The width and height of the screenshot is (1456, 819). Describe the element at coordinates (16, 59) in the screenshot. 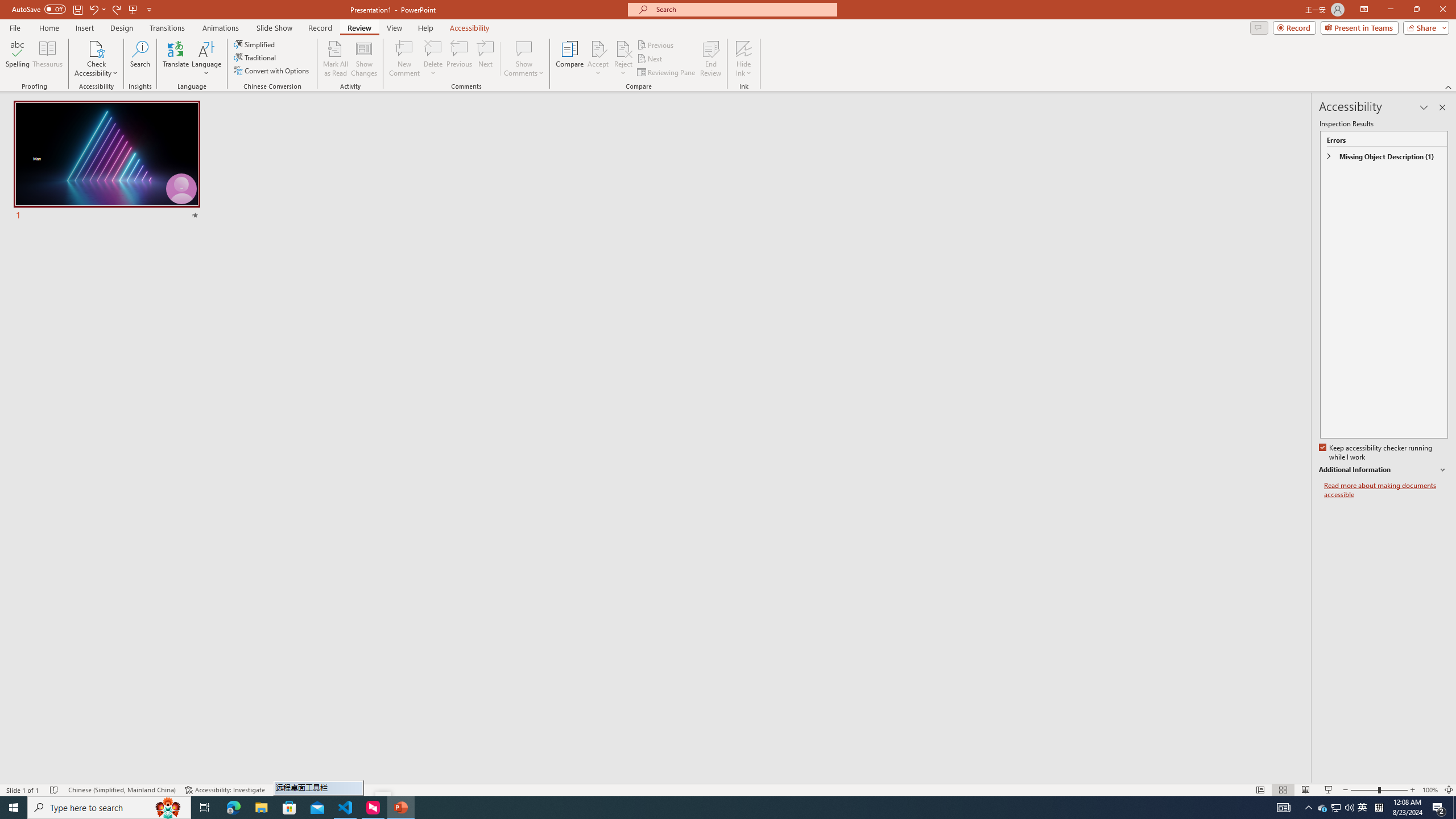

I see `'Spelling...'` at that location.